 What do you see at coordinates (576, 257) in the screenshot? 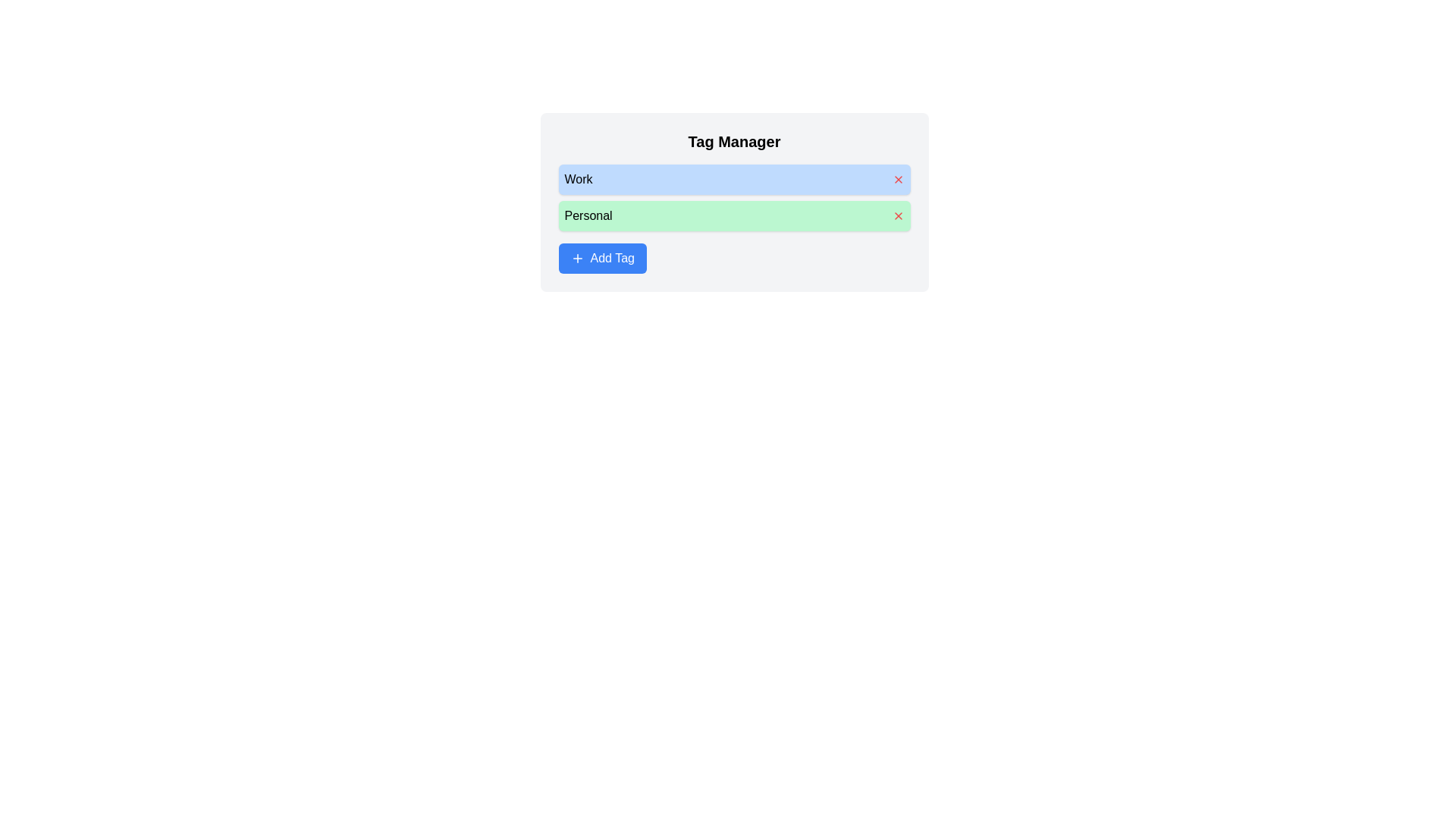
I see `the icon that visually indicates the action to add a new tag, which is located at the center-left of the 'Add Tag' button below the 'Work' and 'Personal' tags` at bounding box center [576, 257].